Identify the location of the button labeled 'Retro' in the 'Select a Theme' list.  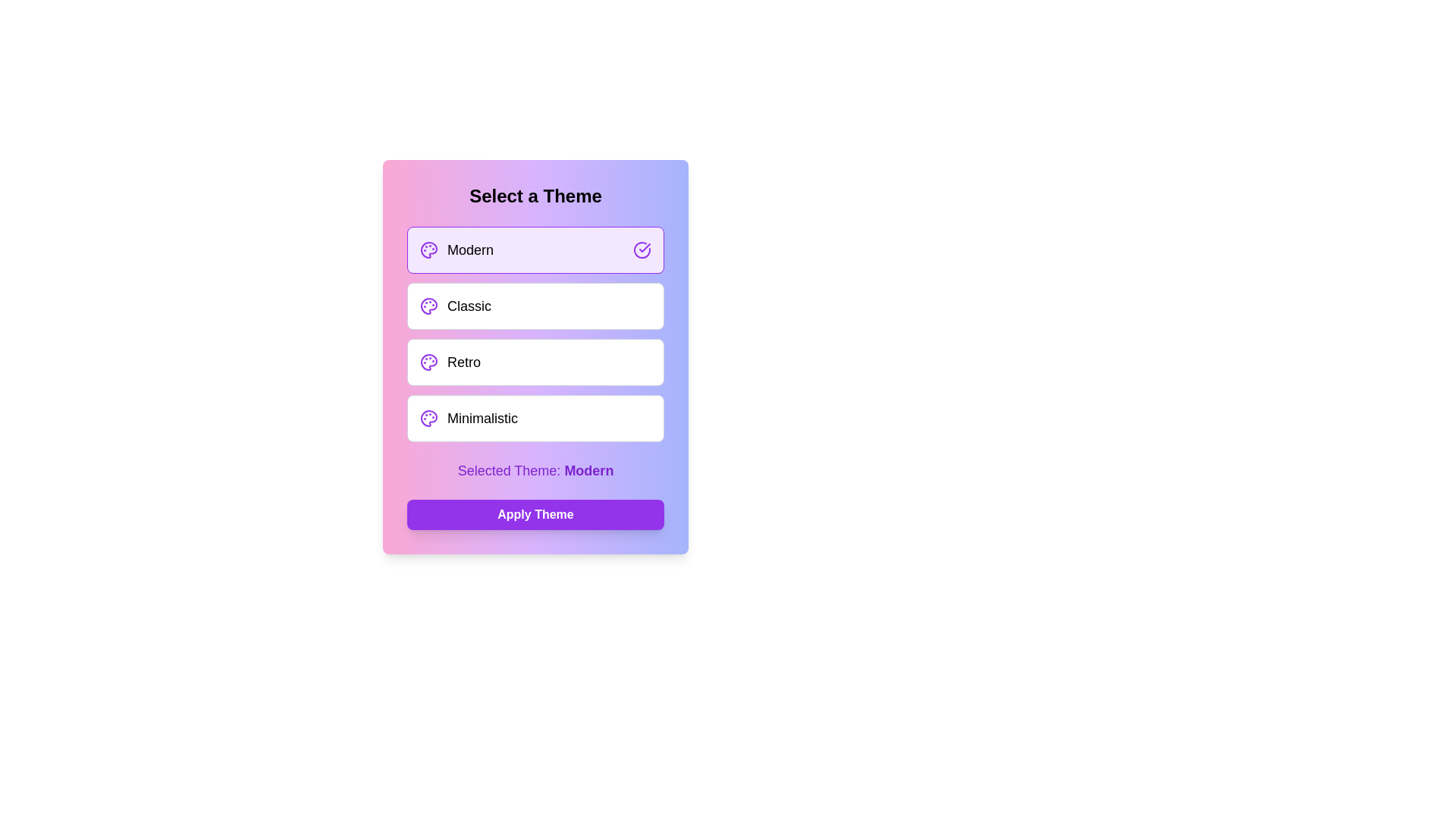
(535, 362).